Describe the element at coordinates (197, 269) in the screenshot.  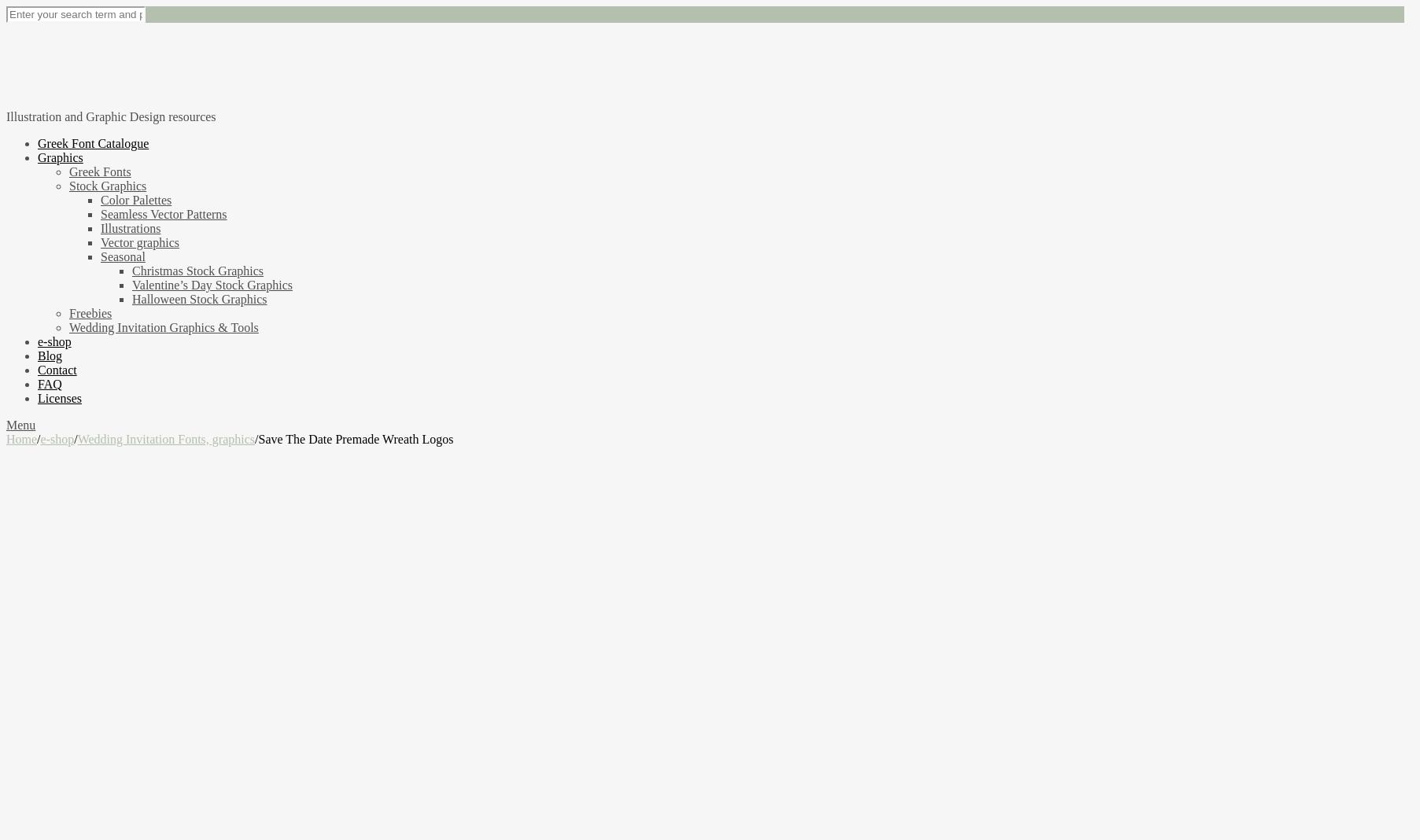
I see `'Christmas Stock Graphics'` at that location.